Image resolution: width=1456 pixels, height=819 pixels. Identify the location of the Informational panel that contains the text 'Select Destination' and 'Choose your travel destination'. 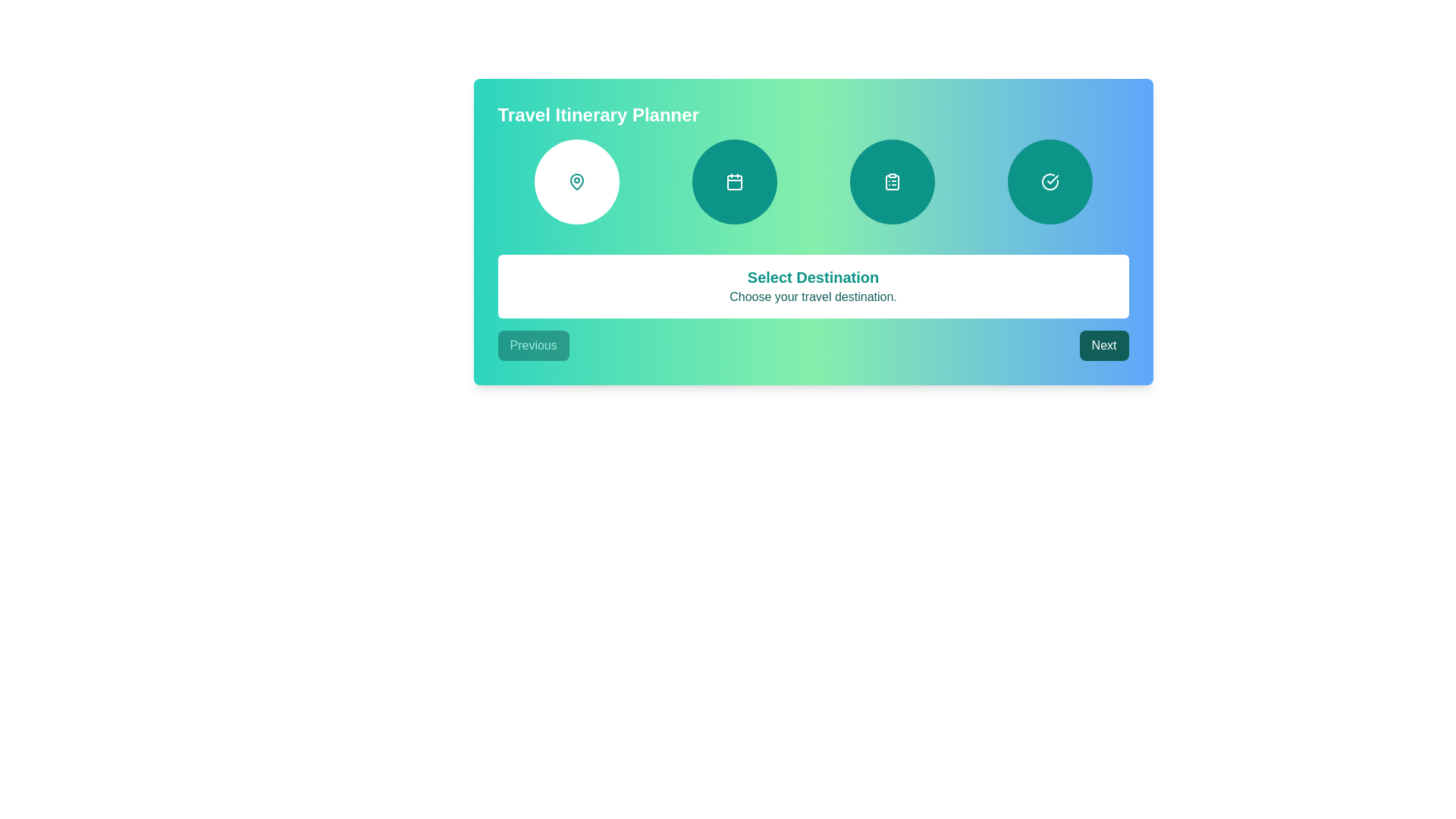
(812, 287).